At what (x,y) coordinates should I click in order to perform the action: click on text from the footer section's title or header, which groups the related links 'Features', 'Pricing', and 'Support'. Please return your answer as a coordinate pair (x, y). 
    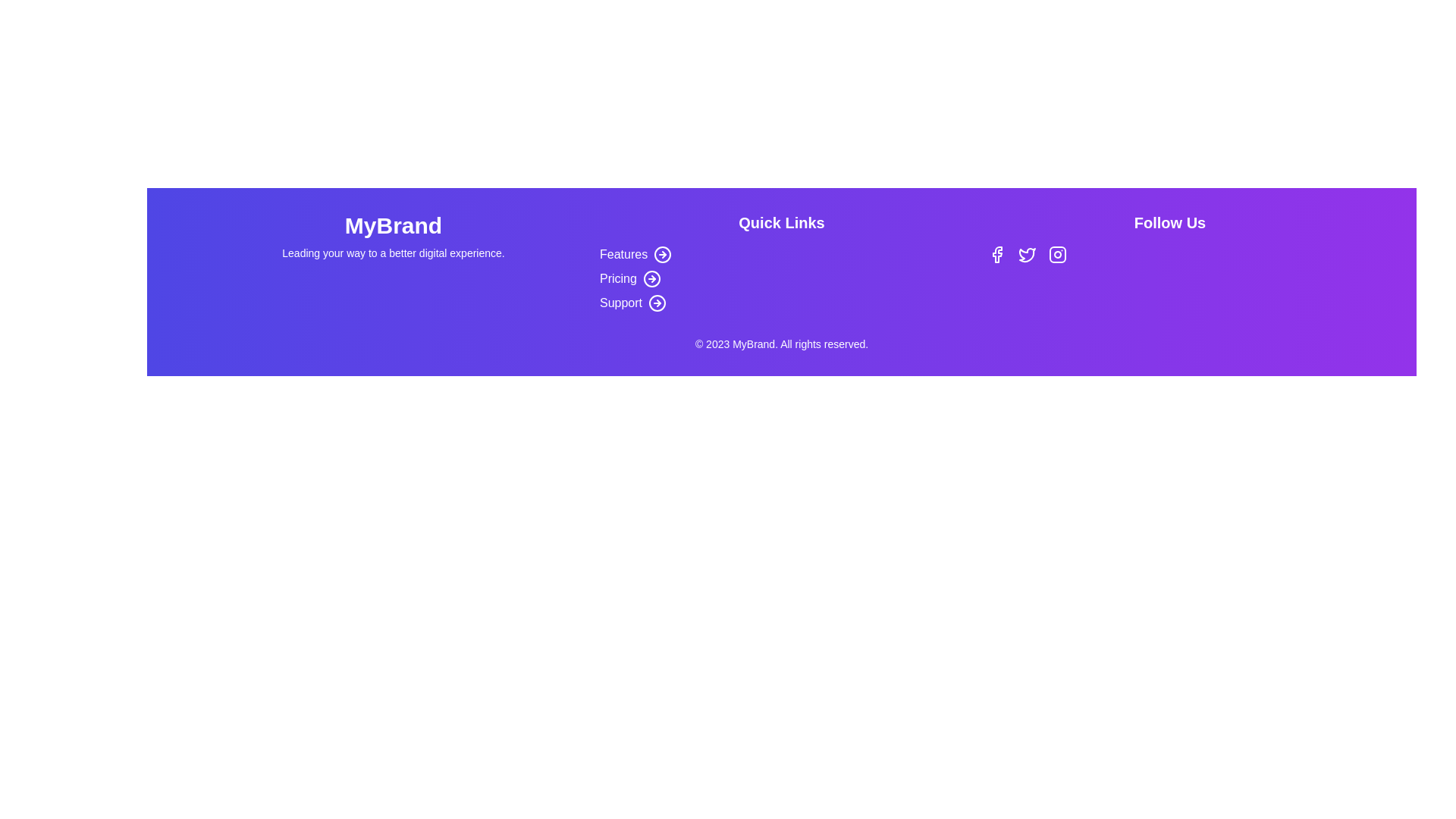
    Looking at the image, I should click on (782, 222).